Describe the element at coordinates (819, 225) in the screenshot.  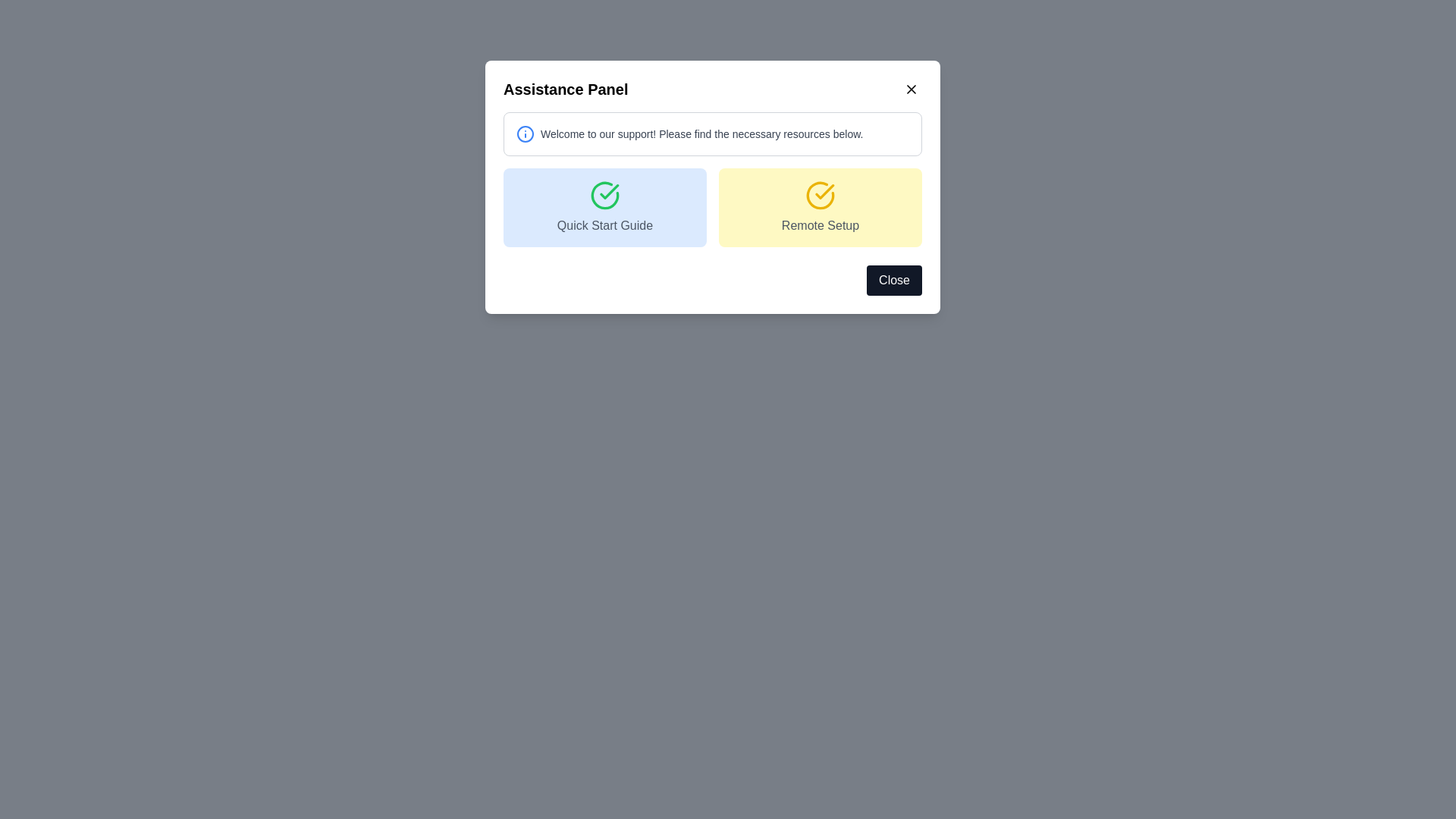
I see `the Text label that serves as a descriptor for the 'Remote Setup' section, which is located beneath a decorative icon of a checkmark within a yellow circle` at that location.